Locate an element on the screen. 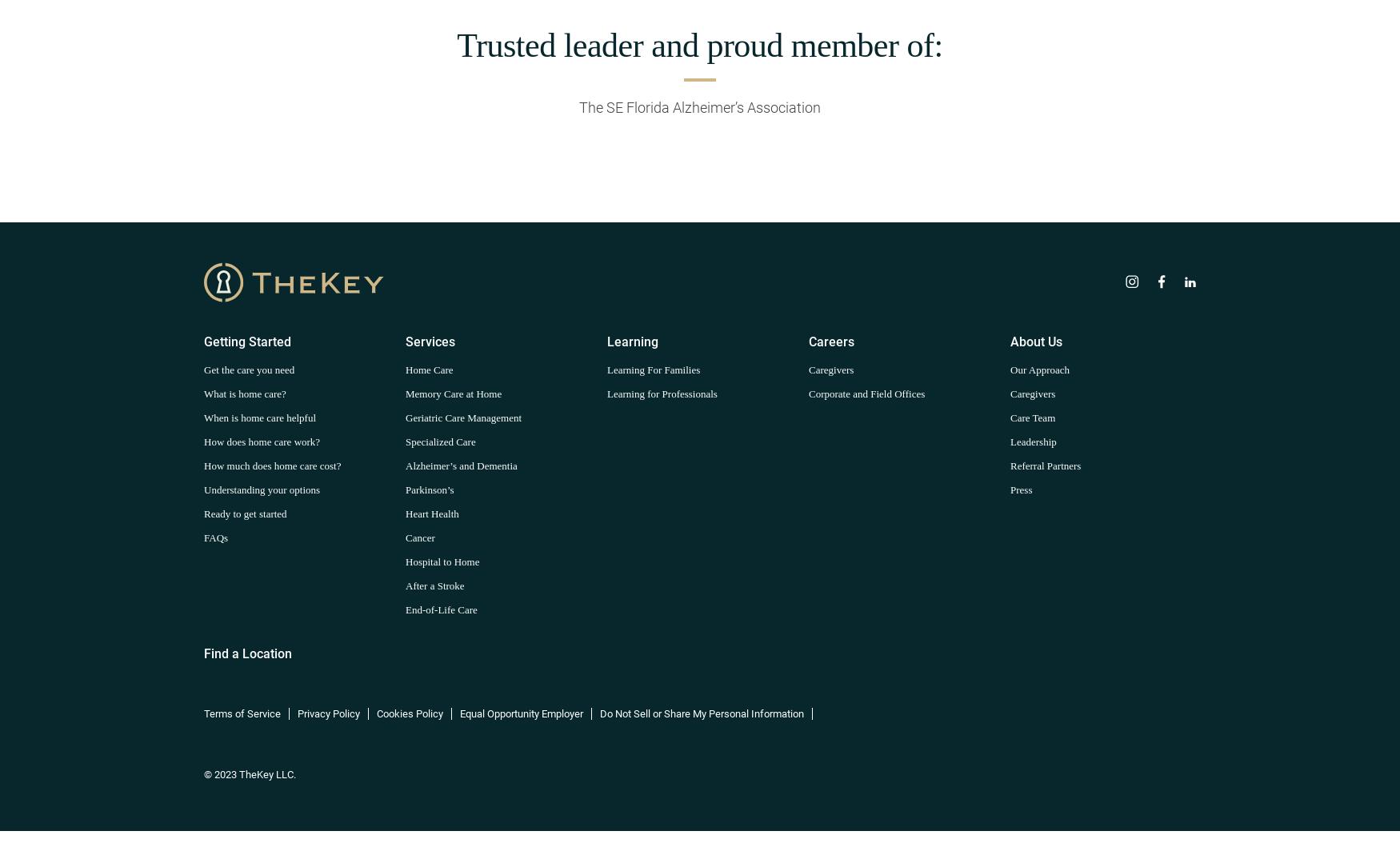 The image size is (1400, 855). 'Corporate and Field Offices' is located at coordinates (866, 392).